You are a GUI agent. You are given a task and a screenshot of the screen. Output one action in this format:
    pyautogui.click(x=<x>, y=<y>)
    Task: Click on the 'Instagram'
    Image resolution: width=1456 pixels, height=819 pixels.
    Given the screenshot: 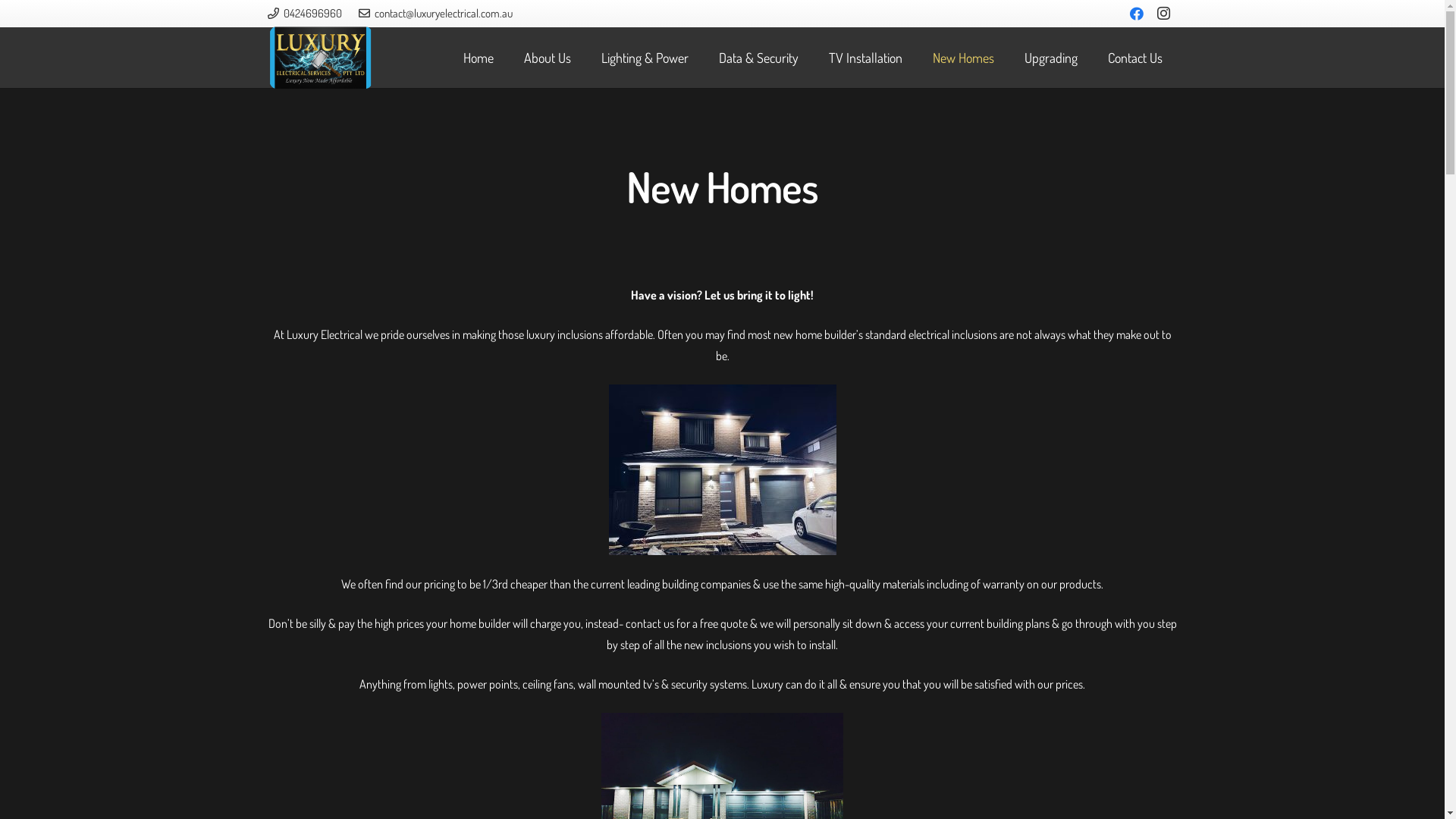 What is the action you would take?
    pyautogui.click(x=1163, y=14)
    